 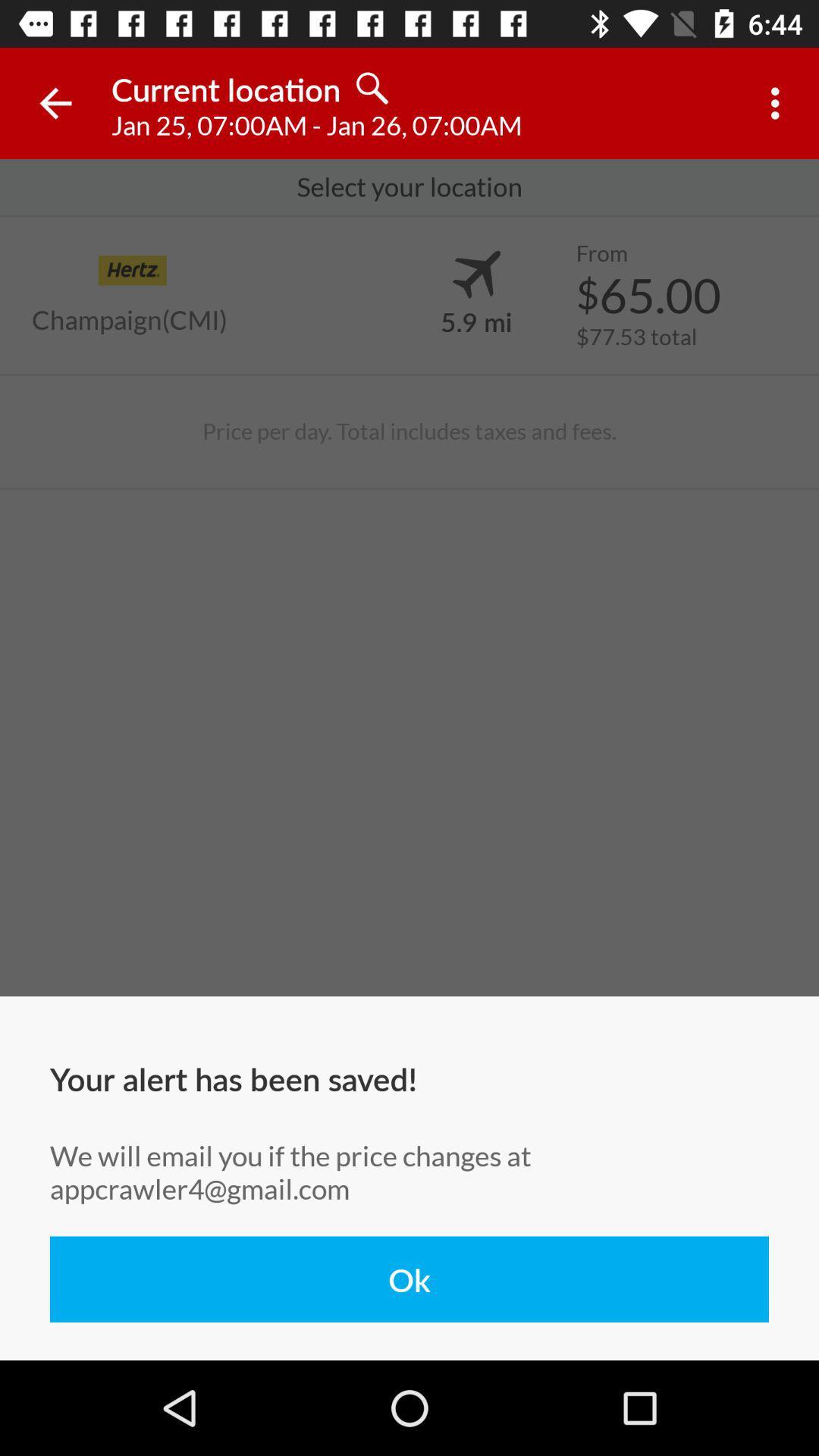 I want to click on icon above $65.00 icon, so click(x=601, y=253).